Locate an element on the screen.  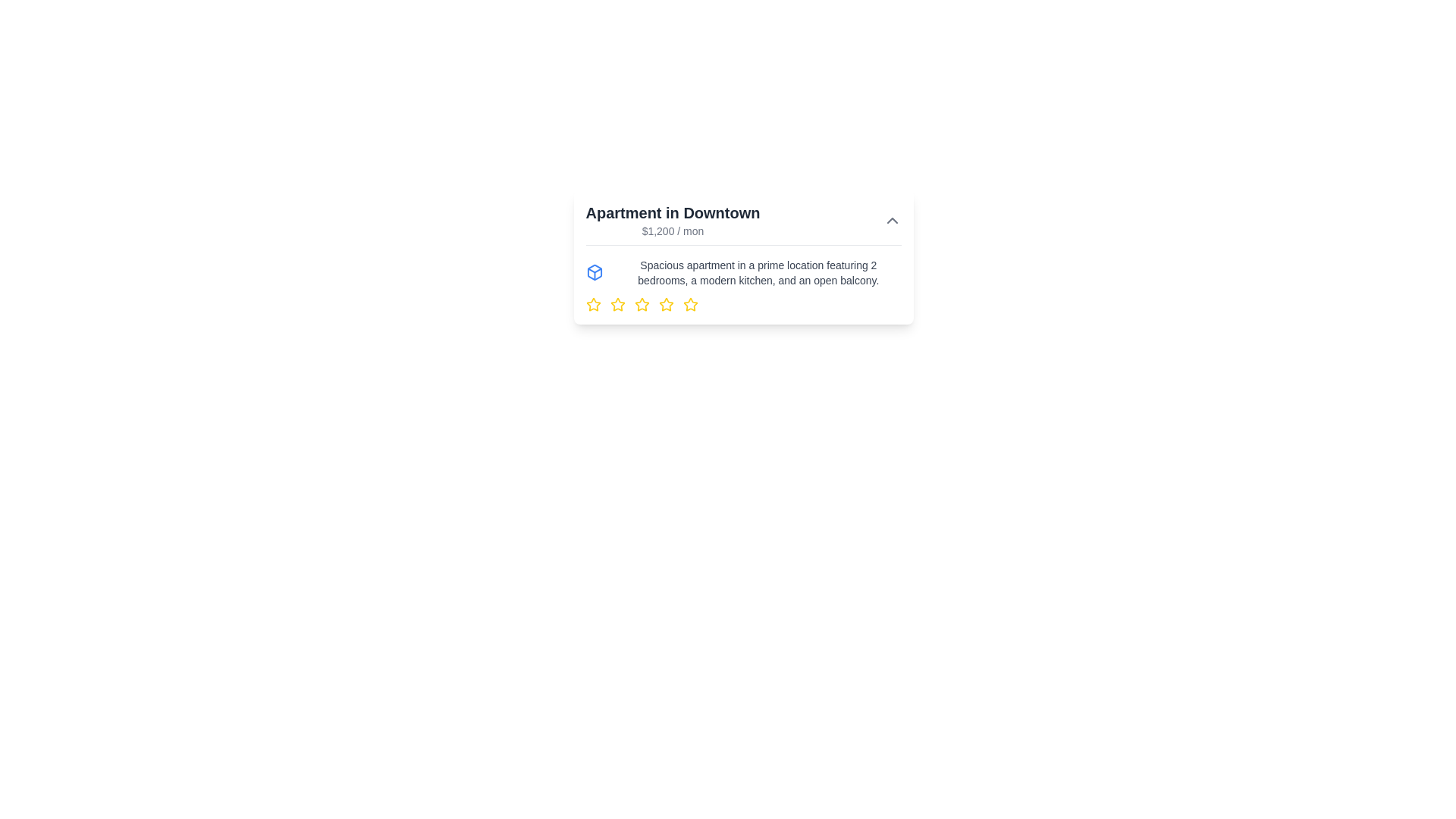
the text description of the spacious apartment, which is styled in a smaller gray font and located in the top-central region of the card layout, slightly right of center, above the yellow star icons is located at coordinates (758, 271).